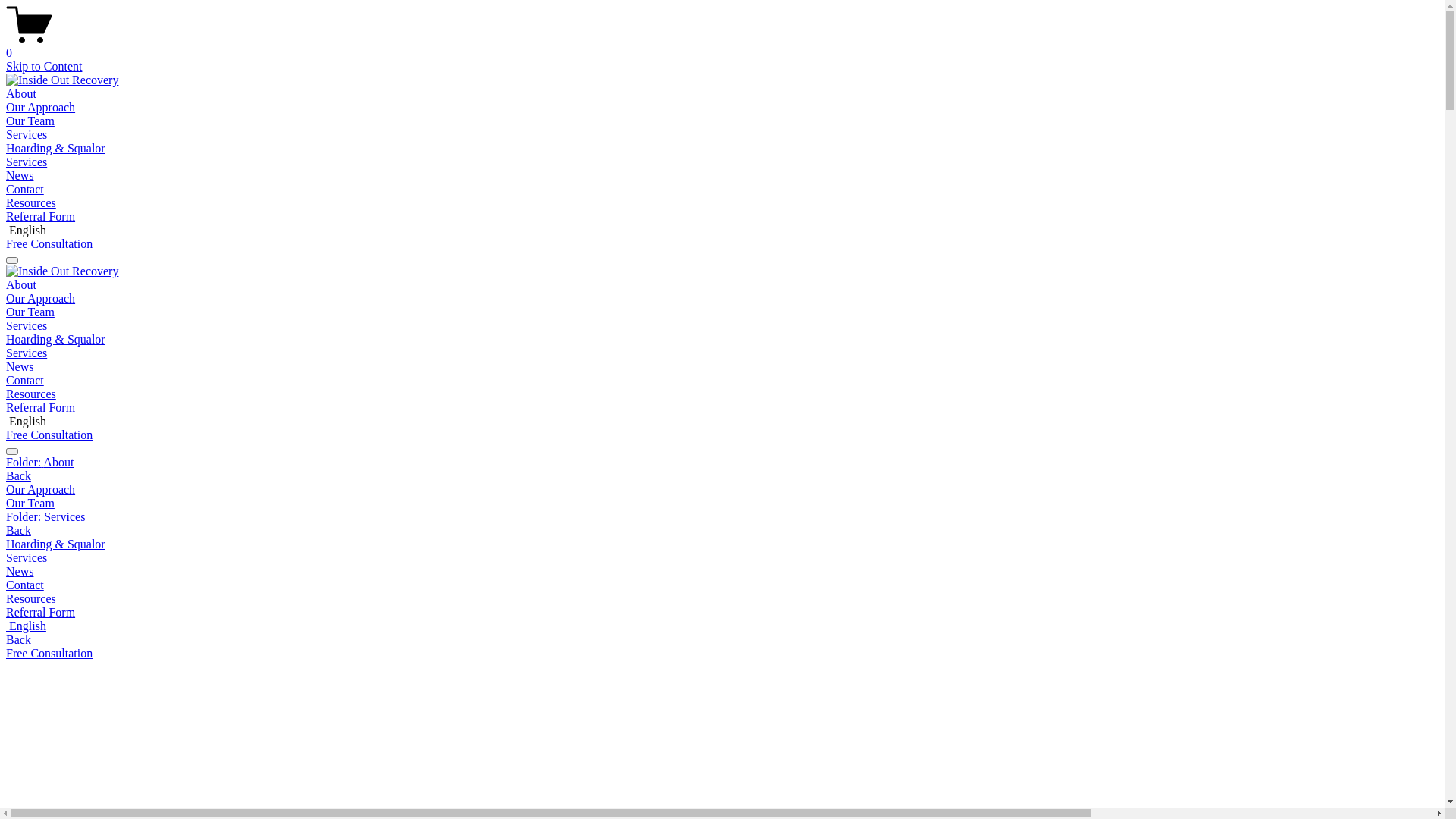 The image size is (1456, 819). I want to click on 'Contact', so click(721, 584).